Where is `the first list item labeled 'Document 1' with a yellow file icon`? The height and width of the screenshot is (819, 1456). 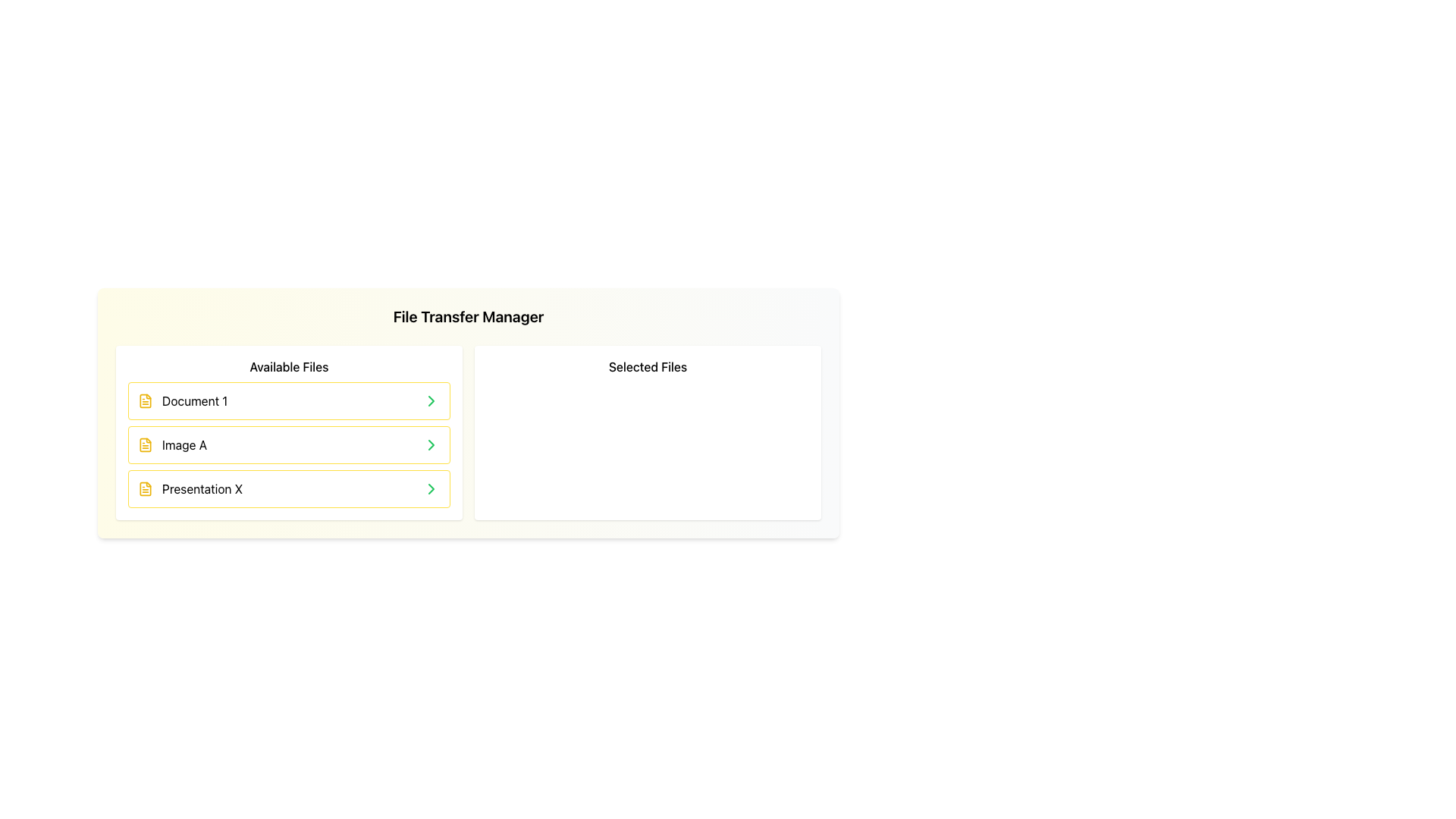
the first list item labeled 'Document 1' with a yellow file icon is located at coordinates (182, 400).